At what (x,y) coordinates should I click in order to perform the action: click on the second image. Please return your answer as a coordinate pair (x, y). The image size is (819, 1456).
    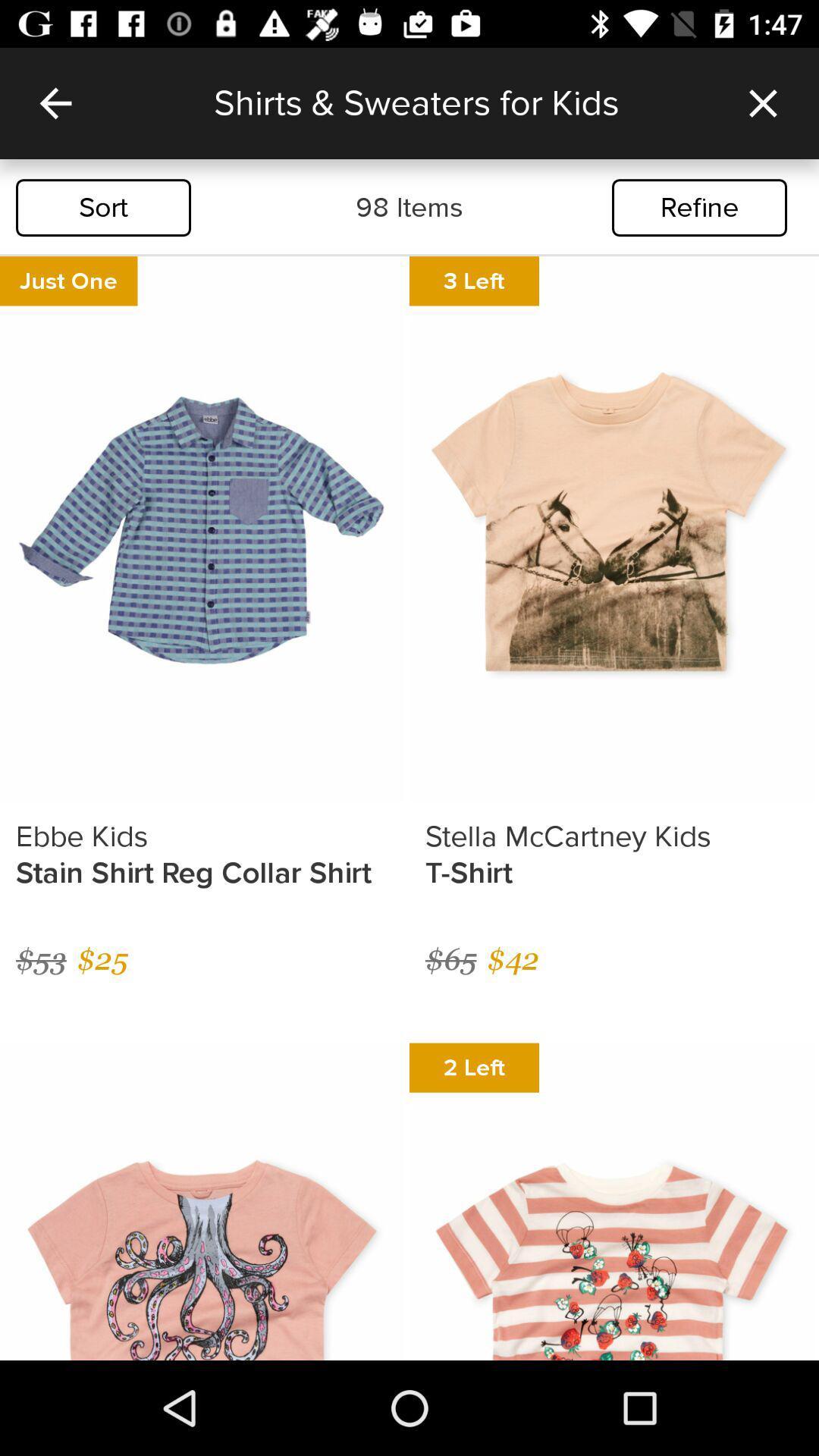
    Looking at the image, I should click on (611, 529).